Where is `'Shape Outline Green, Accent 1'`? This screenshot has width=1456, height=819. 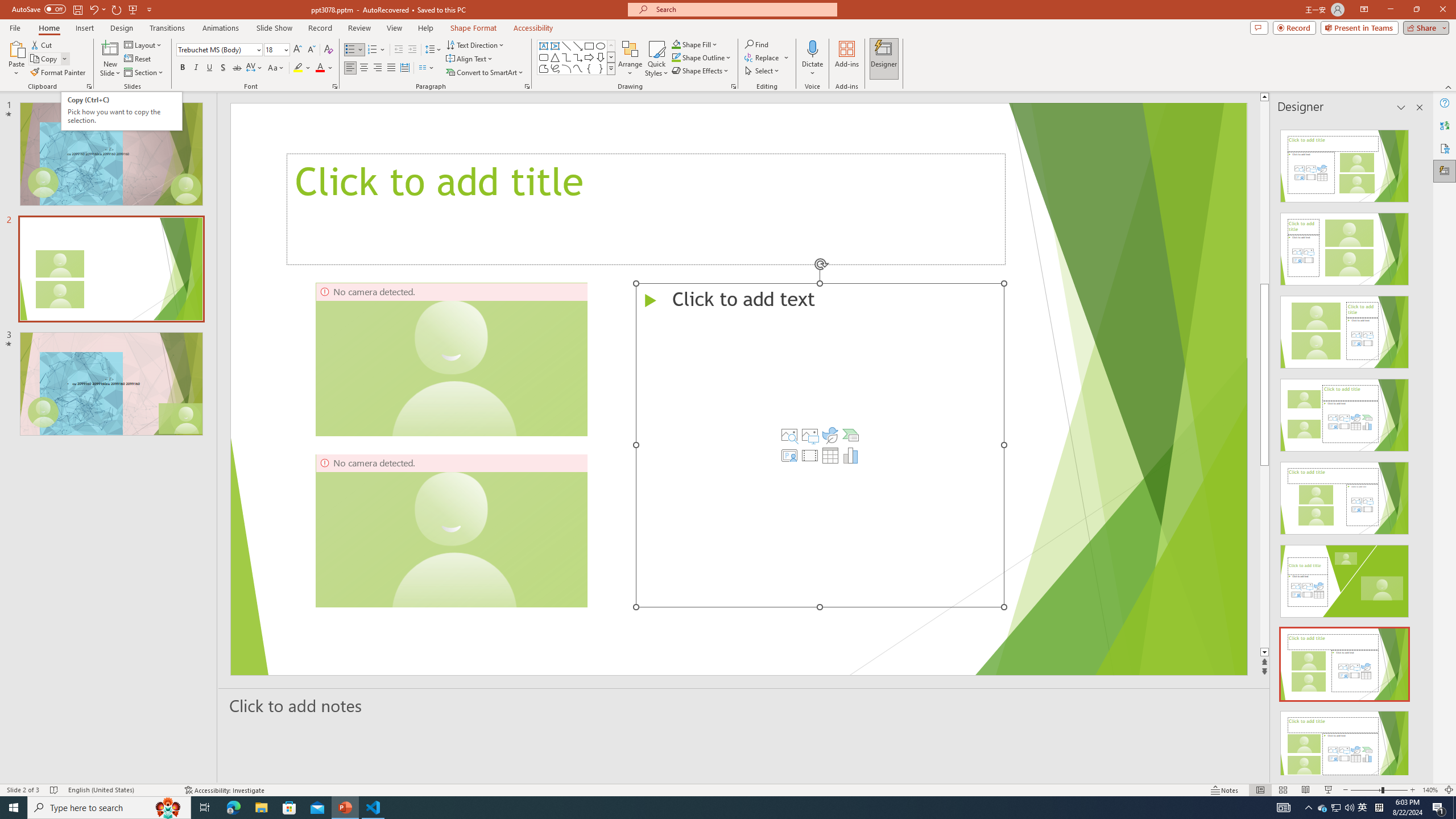
'Shape Outline Green, Accent 1' is located at coordinates (676, 56).